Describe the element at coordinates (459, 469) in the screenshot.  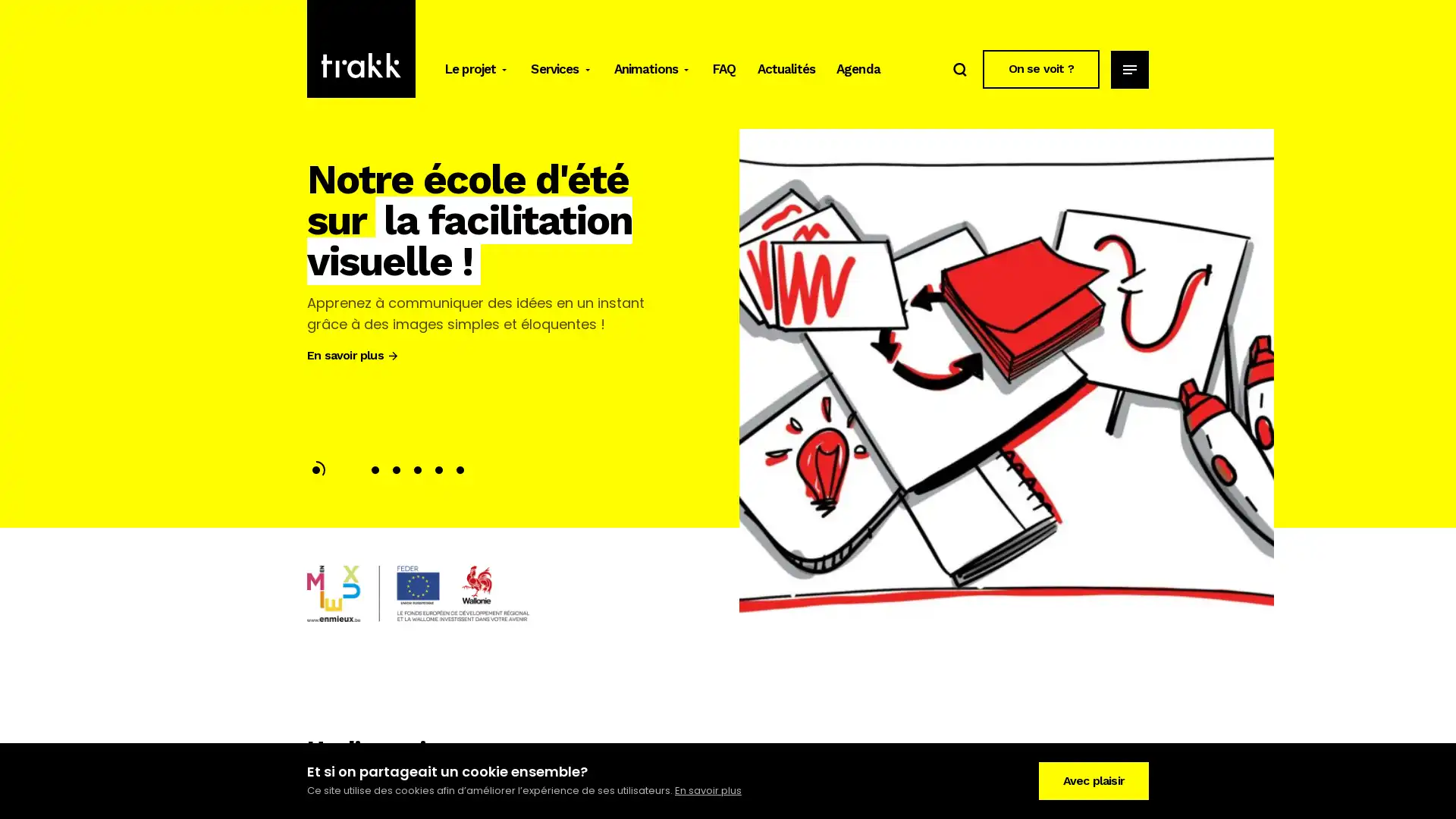
I see `Slide 6` at that location.